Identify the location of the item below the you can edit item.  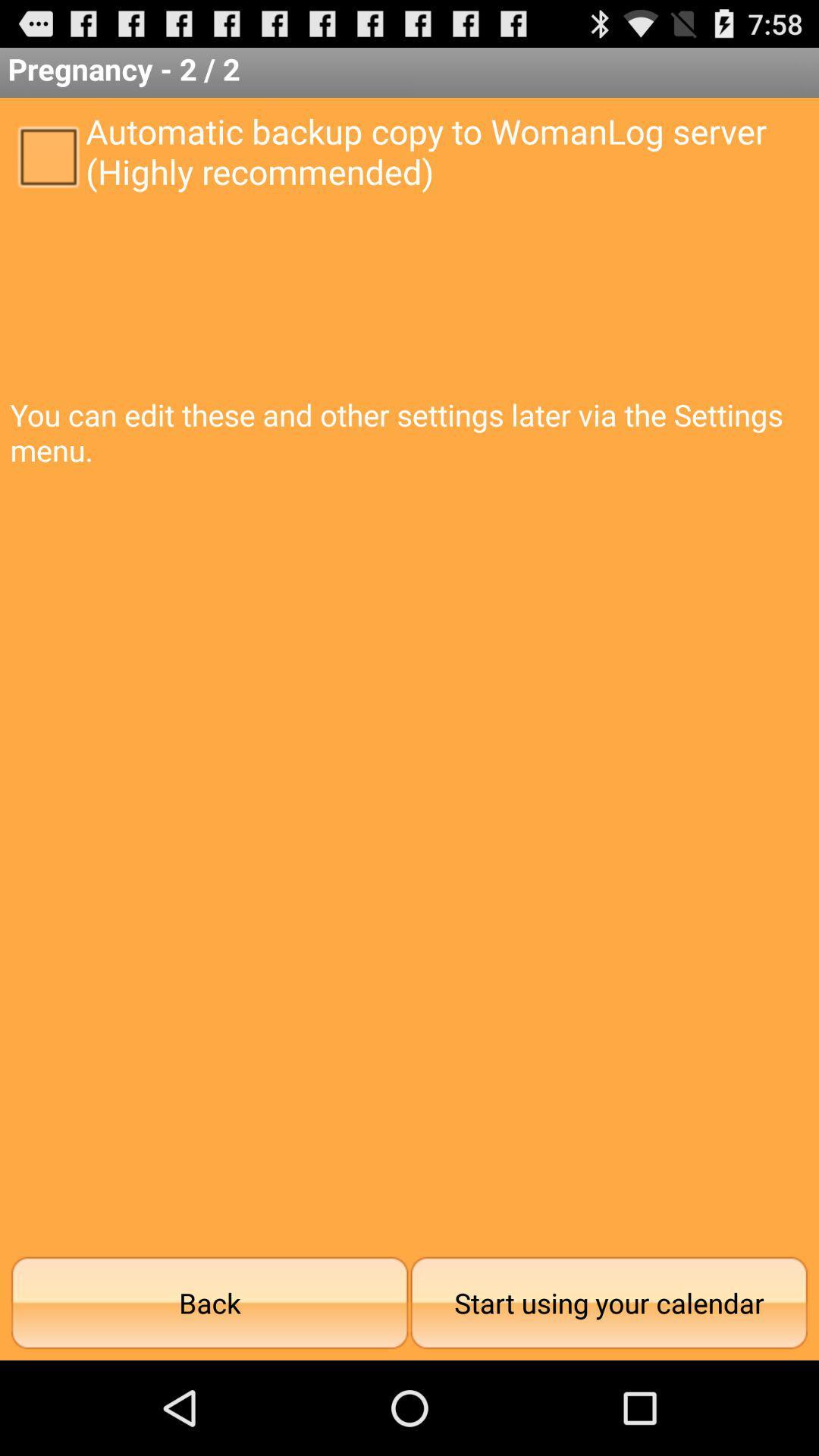
(209, 1302).